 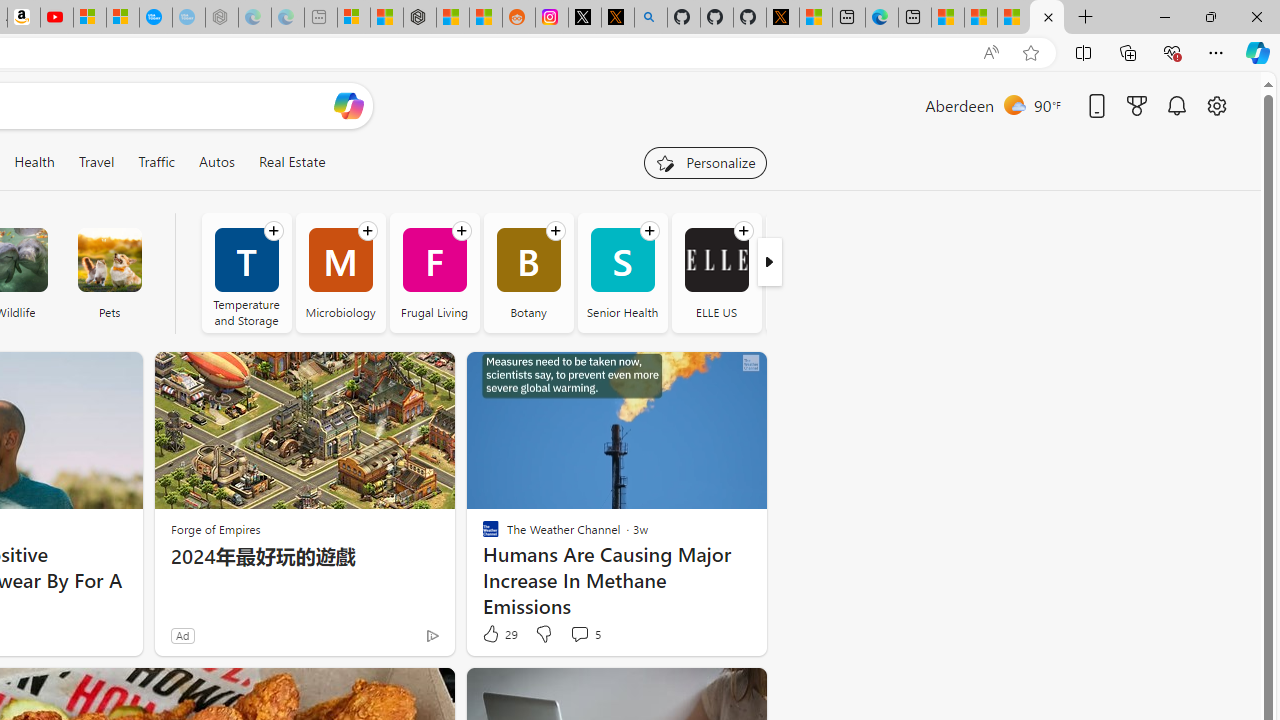 I want to click on 'Microbiology', so click(x=340, y=272).